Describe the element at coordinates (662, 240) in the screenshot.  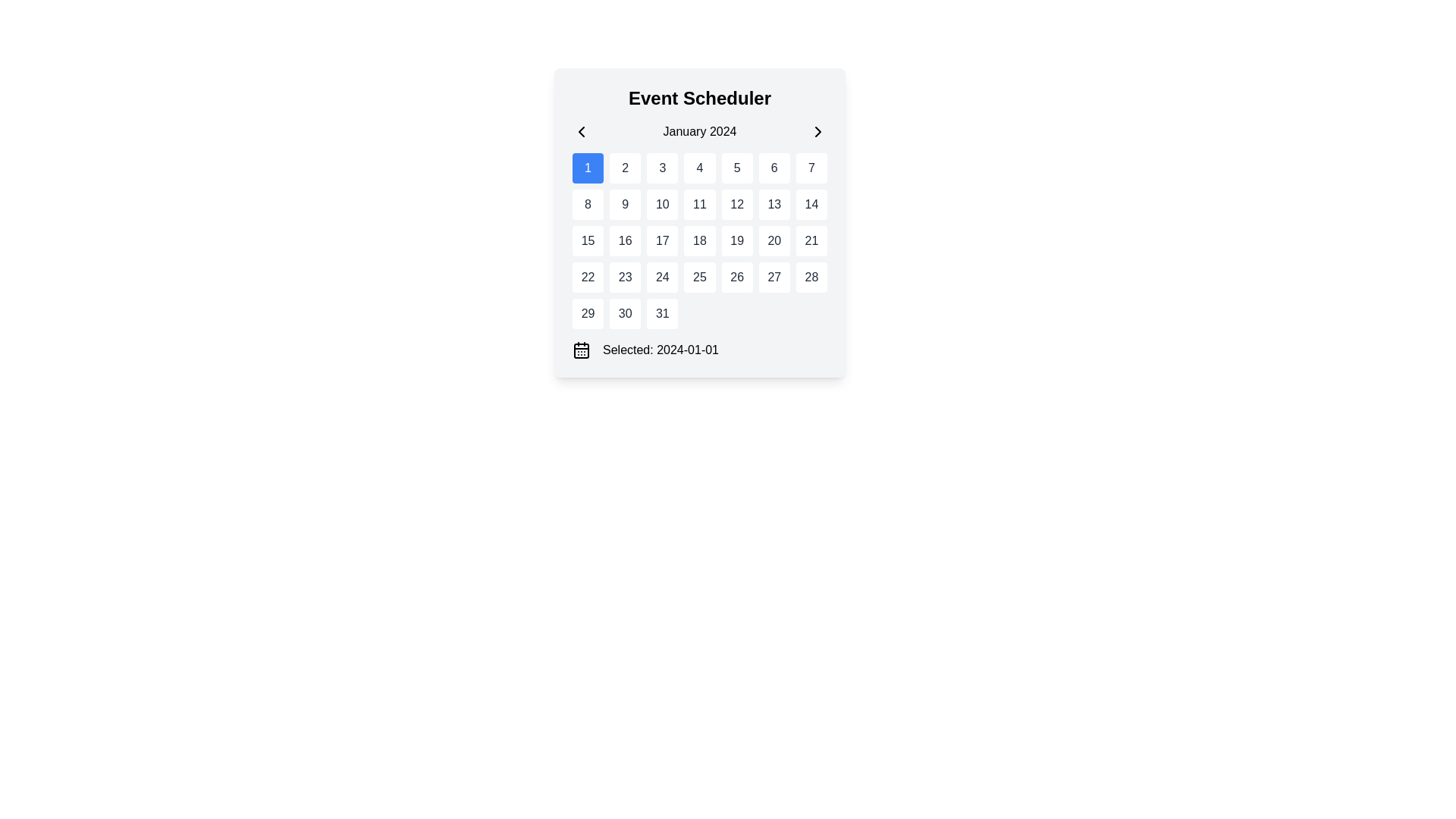
I see `the button-like calendar date representation displaying the number '17' located in the third row and third column of the calendar grid layout under 'Event Scheduler' for January 2024` at that location.